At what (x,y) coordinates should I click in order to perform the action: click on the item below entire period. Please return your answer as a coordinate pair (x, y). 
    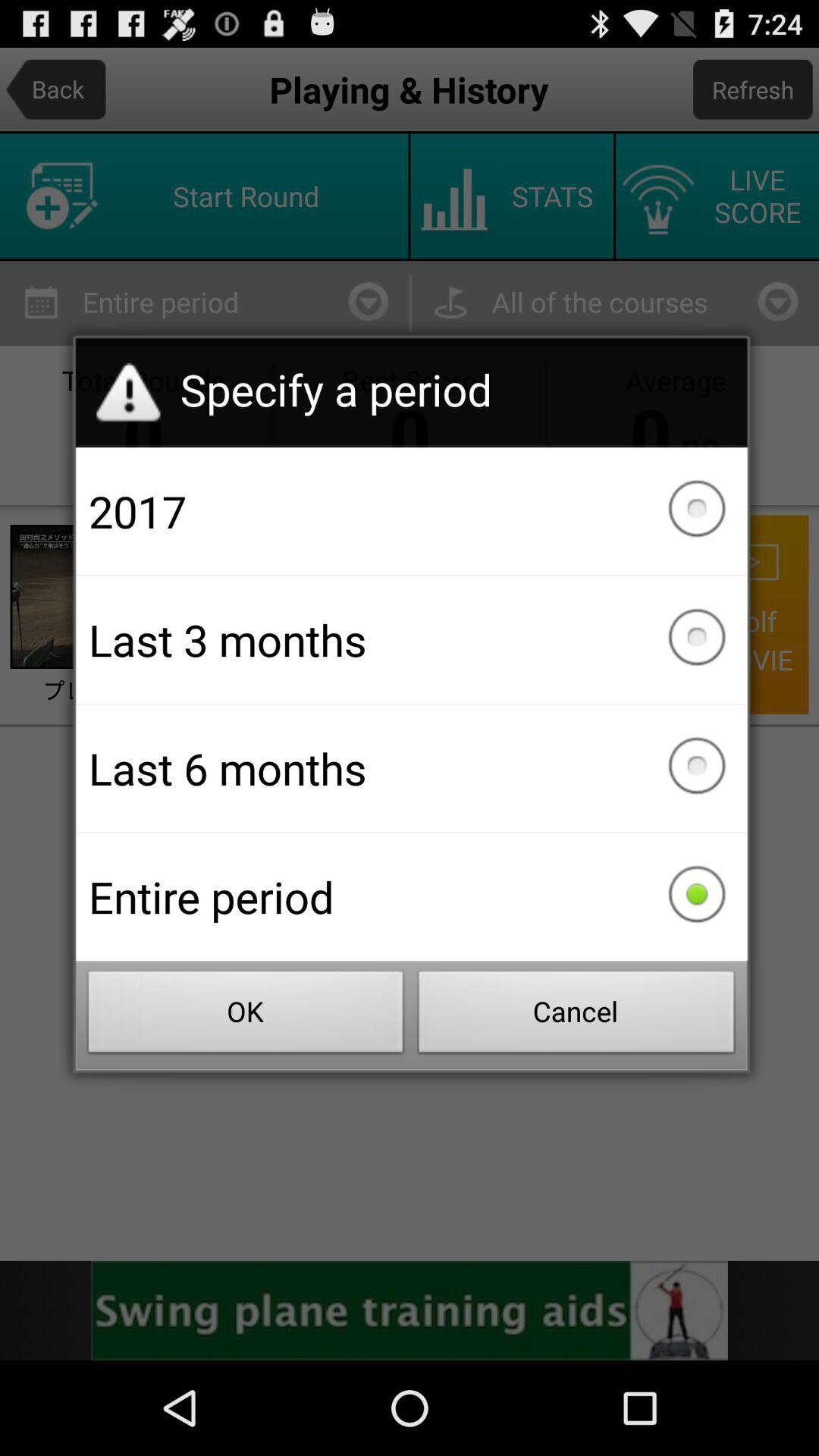
    Looking at the image, I should click on (245, 1016).